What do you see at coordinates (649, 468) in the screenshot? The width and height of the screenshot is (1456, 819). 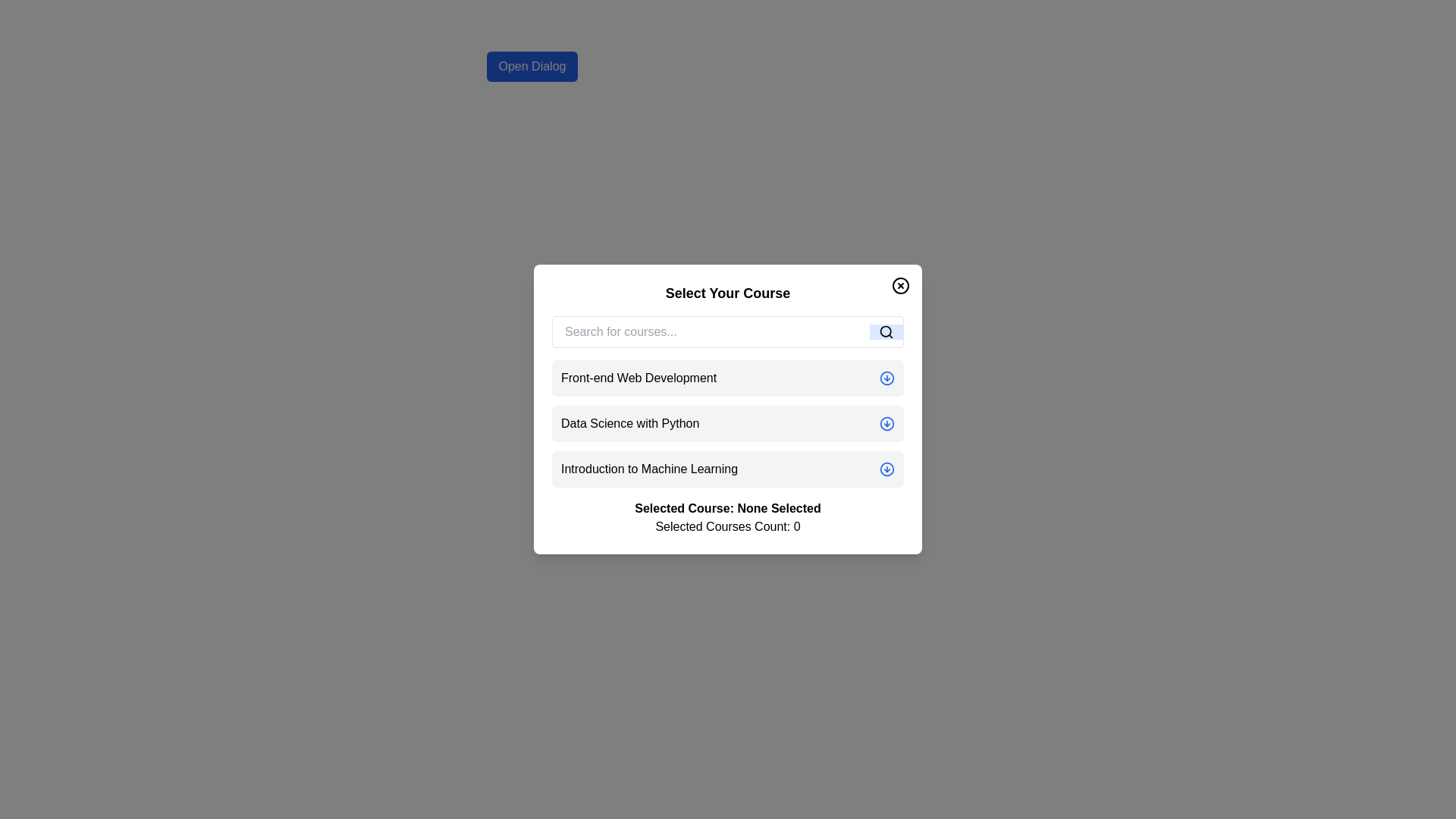 I see `the 'Introduction to Machine Learning' course selection item, which is displayed in bold black font on a light gray background` at bounding box center [649, 468].